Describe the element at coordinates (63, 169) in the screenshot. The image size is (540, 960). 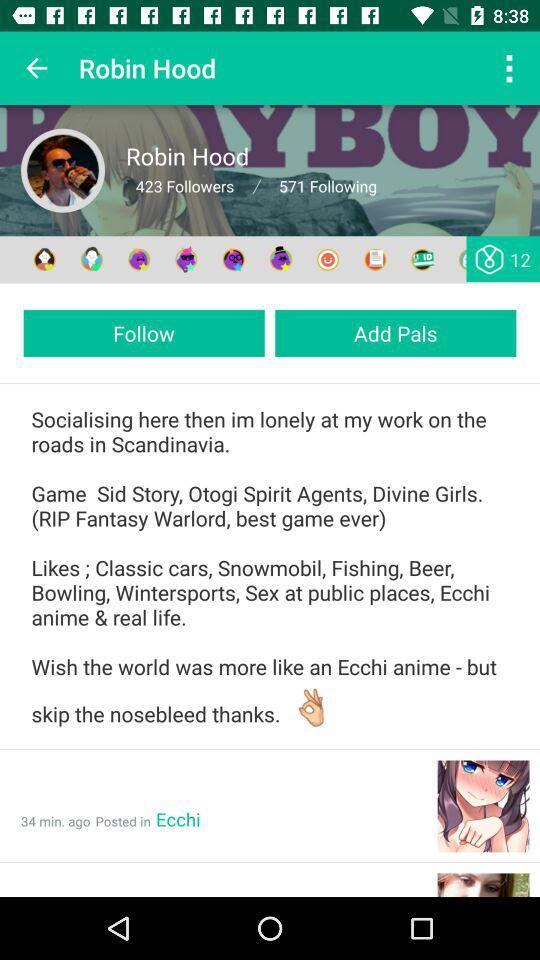
I see `icon` at that location.